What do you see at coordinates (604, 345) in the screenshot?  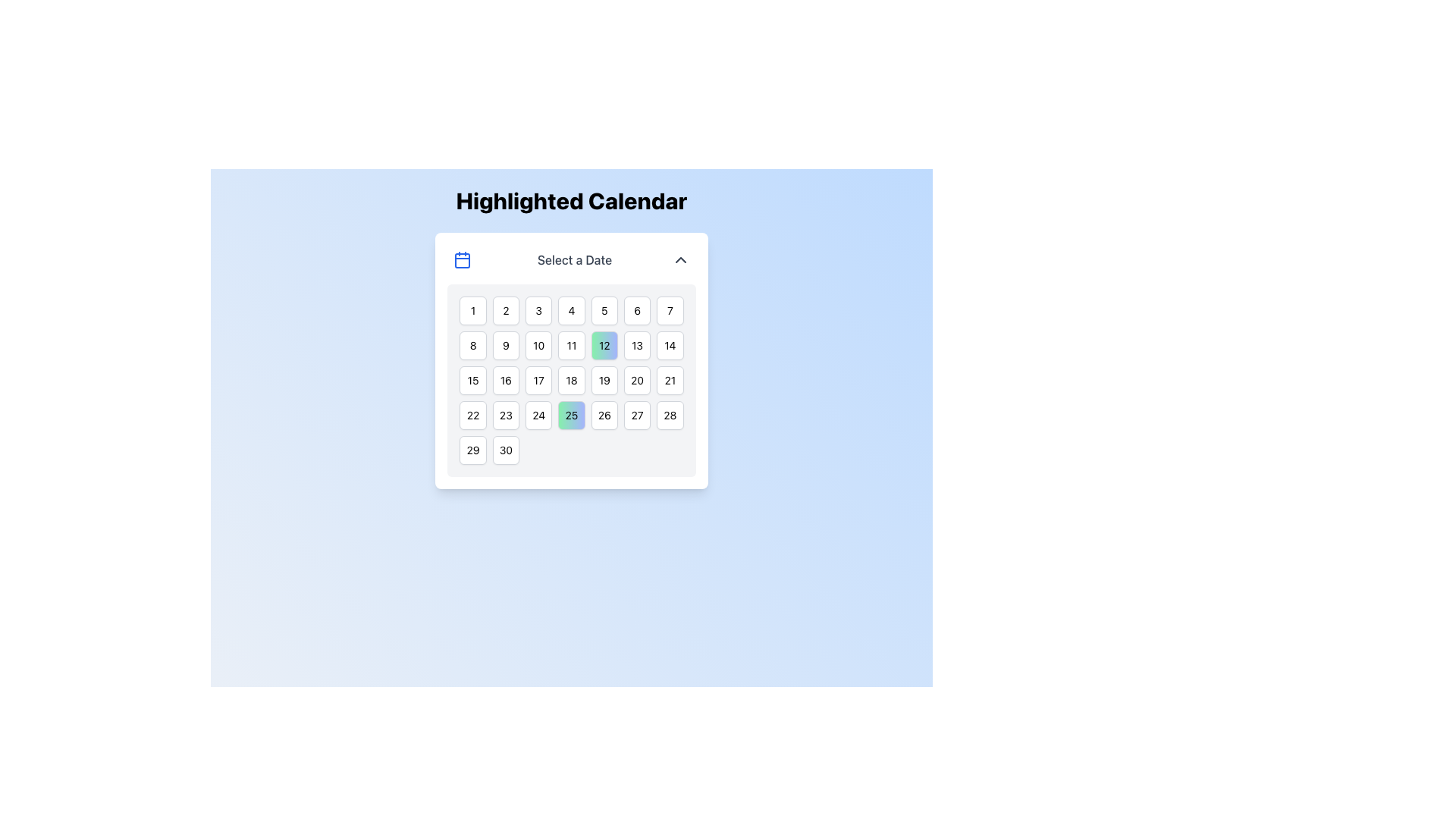 I see `the rounded square button displaying the number '12' in the center of a gradient background, located in the second row and fifth column of the calendar interface` at bounding box center [604, 345].